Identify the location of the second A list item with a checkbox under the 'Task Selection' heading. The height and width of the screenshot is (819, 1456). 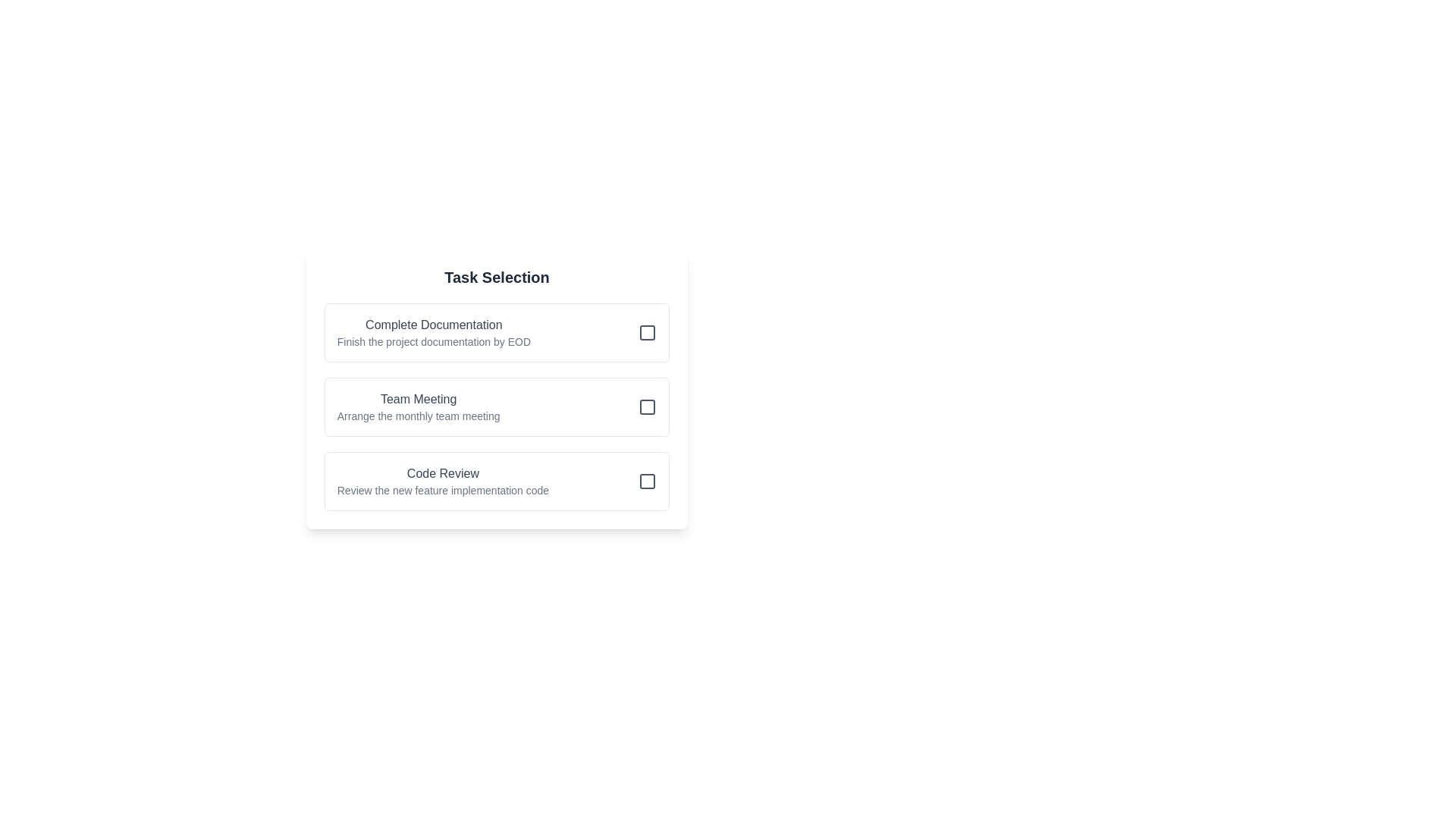
(497, 406).